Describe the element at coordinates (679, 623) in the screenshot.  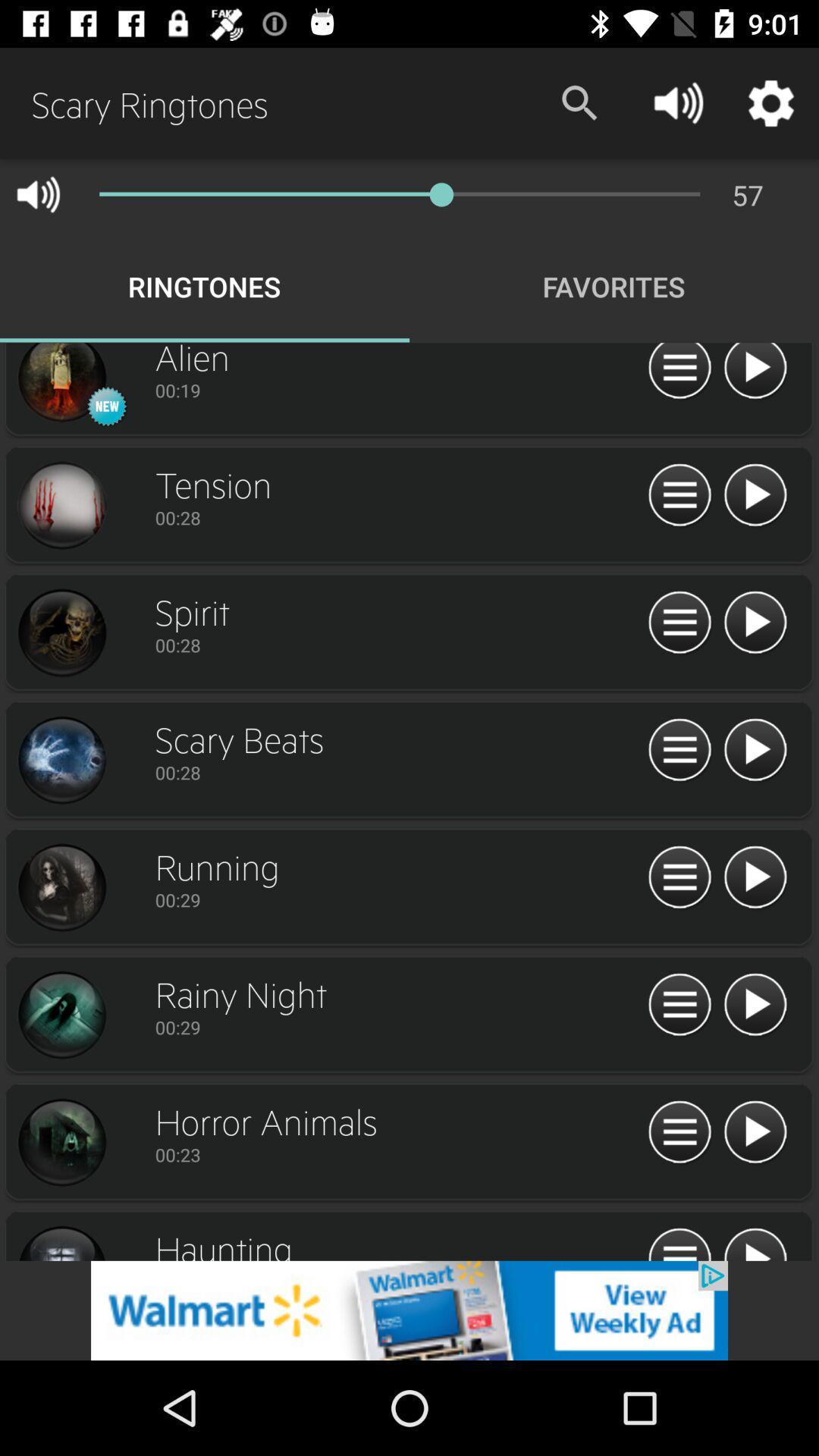
I see `home` at that location.